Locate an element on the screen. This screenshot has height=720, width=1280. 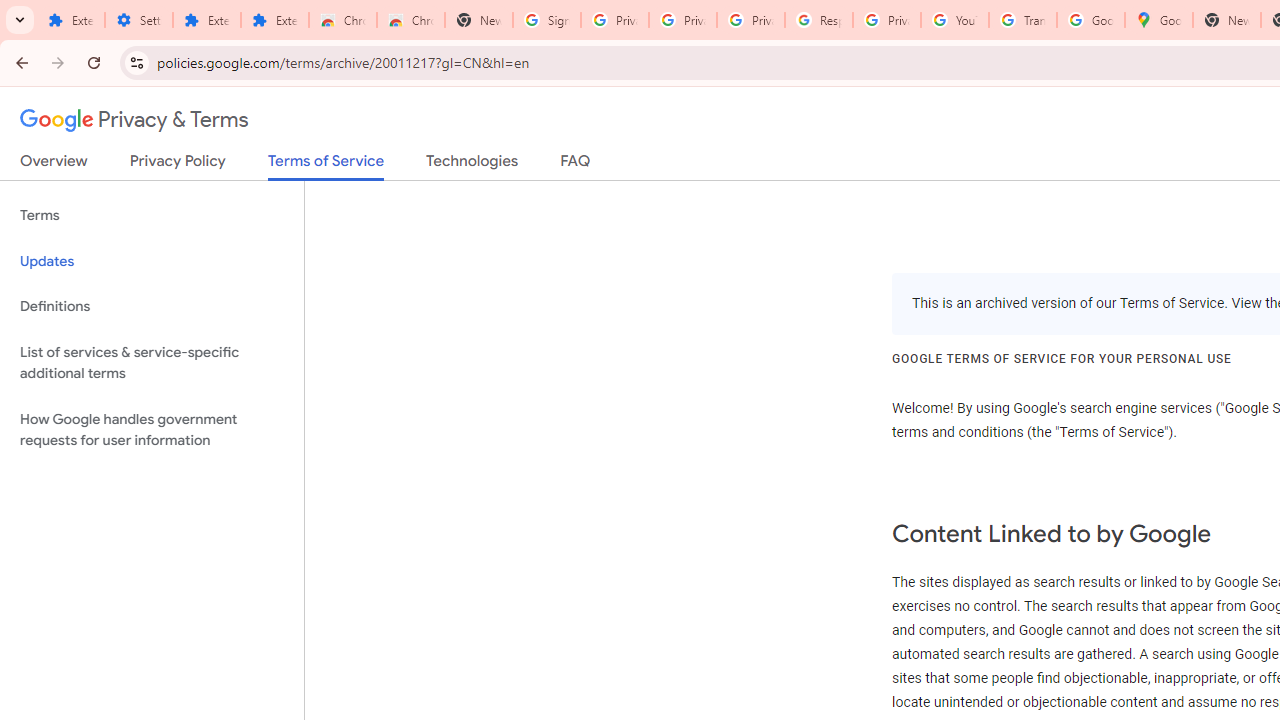
'Google Maps' is located at coordinates (1159, 20).